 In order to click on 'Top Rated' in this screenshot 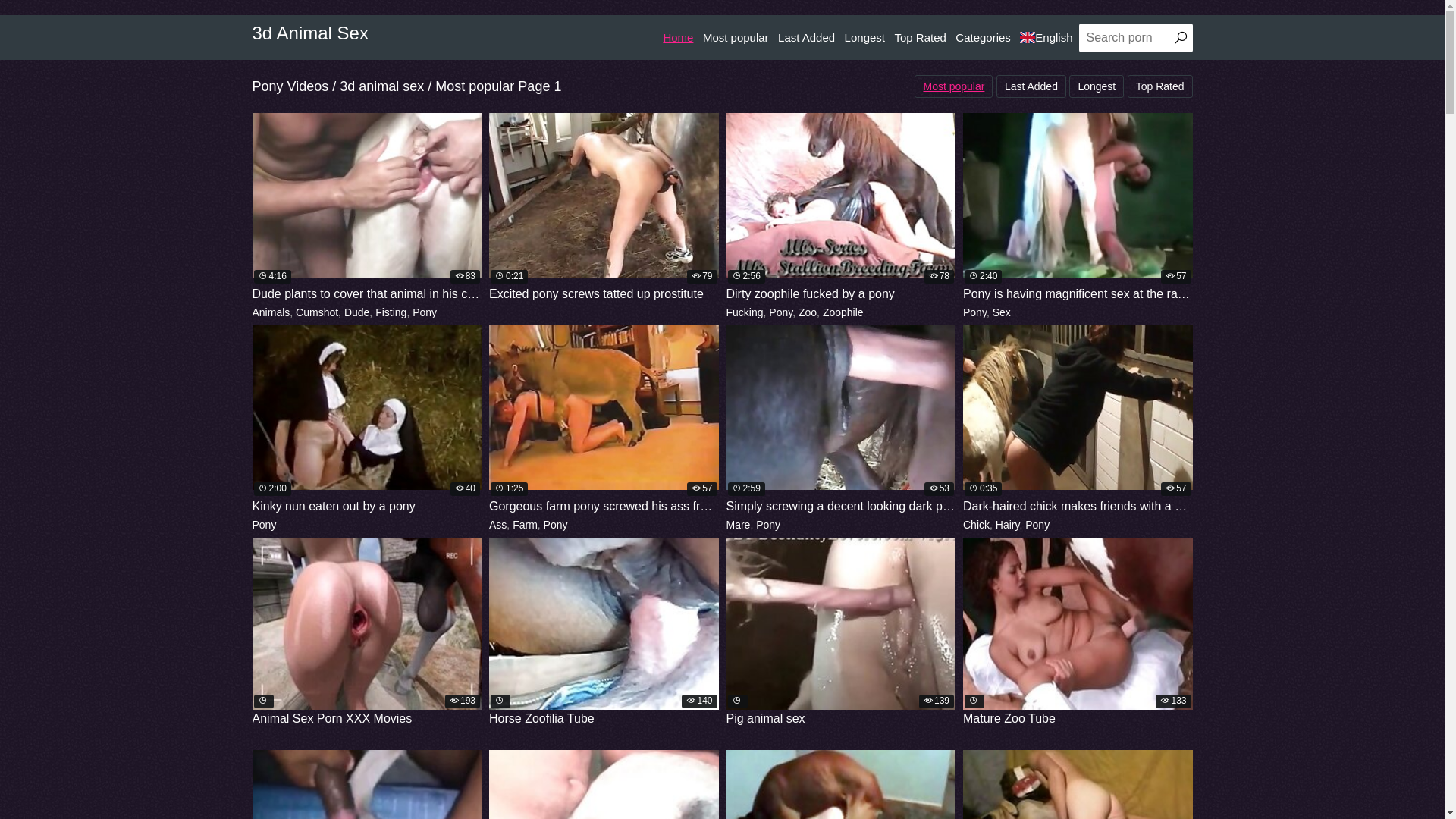, I will do `click(1159, 86)`.